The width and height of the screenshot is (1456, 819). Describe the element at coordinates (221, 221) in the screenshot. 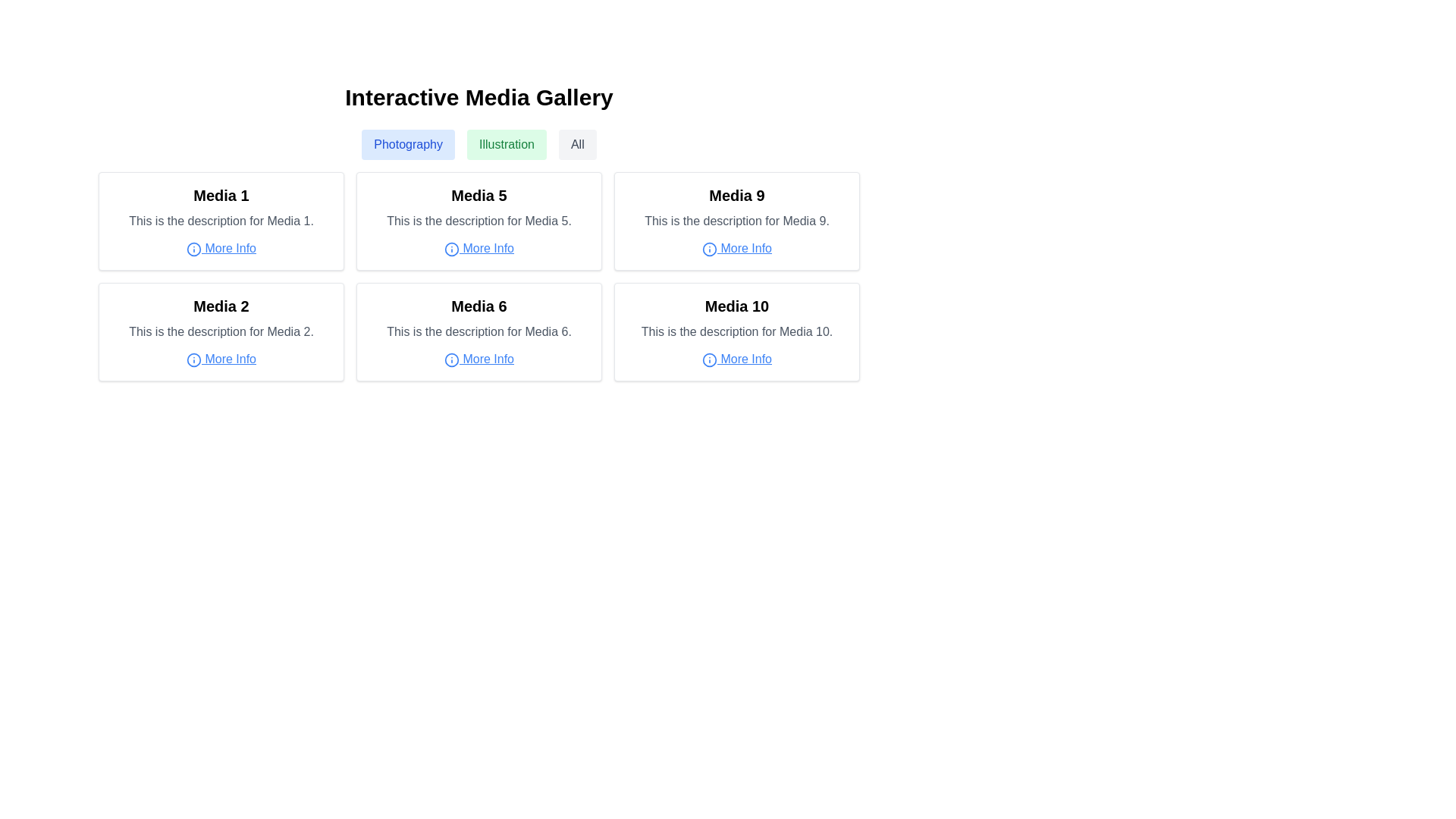

I see `title 'Media 1' or the description 'This is the description for Media 1' from the Information card located in the top-left section of the grid layout` at that location.